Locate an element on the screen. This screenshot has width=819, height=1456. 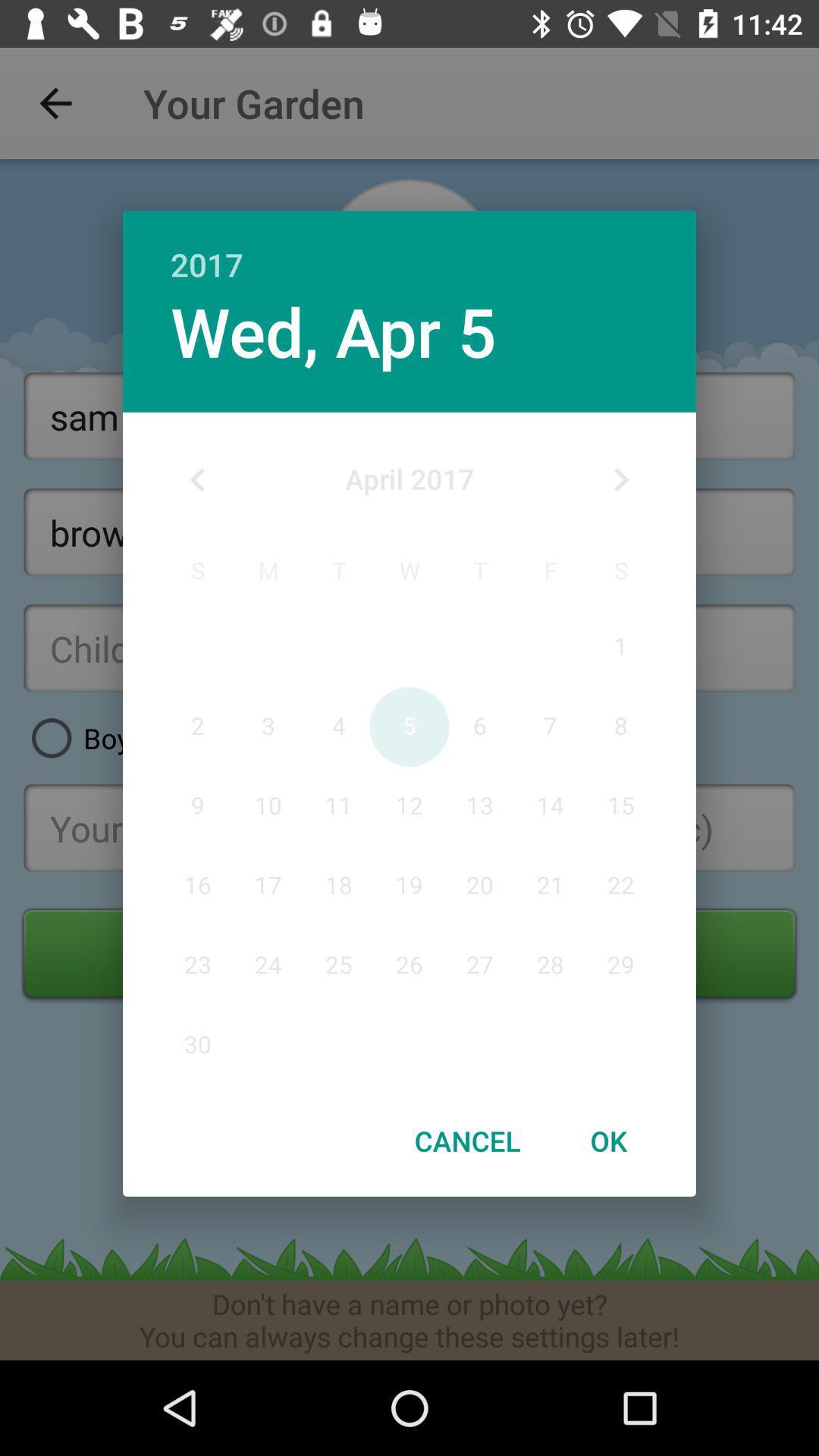
the cancel icon is located at coordinates (466, 1141).